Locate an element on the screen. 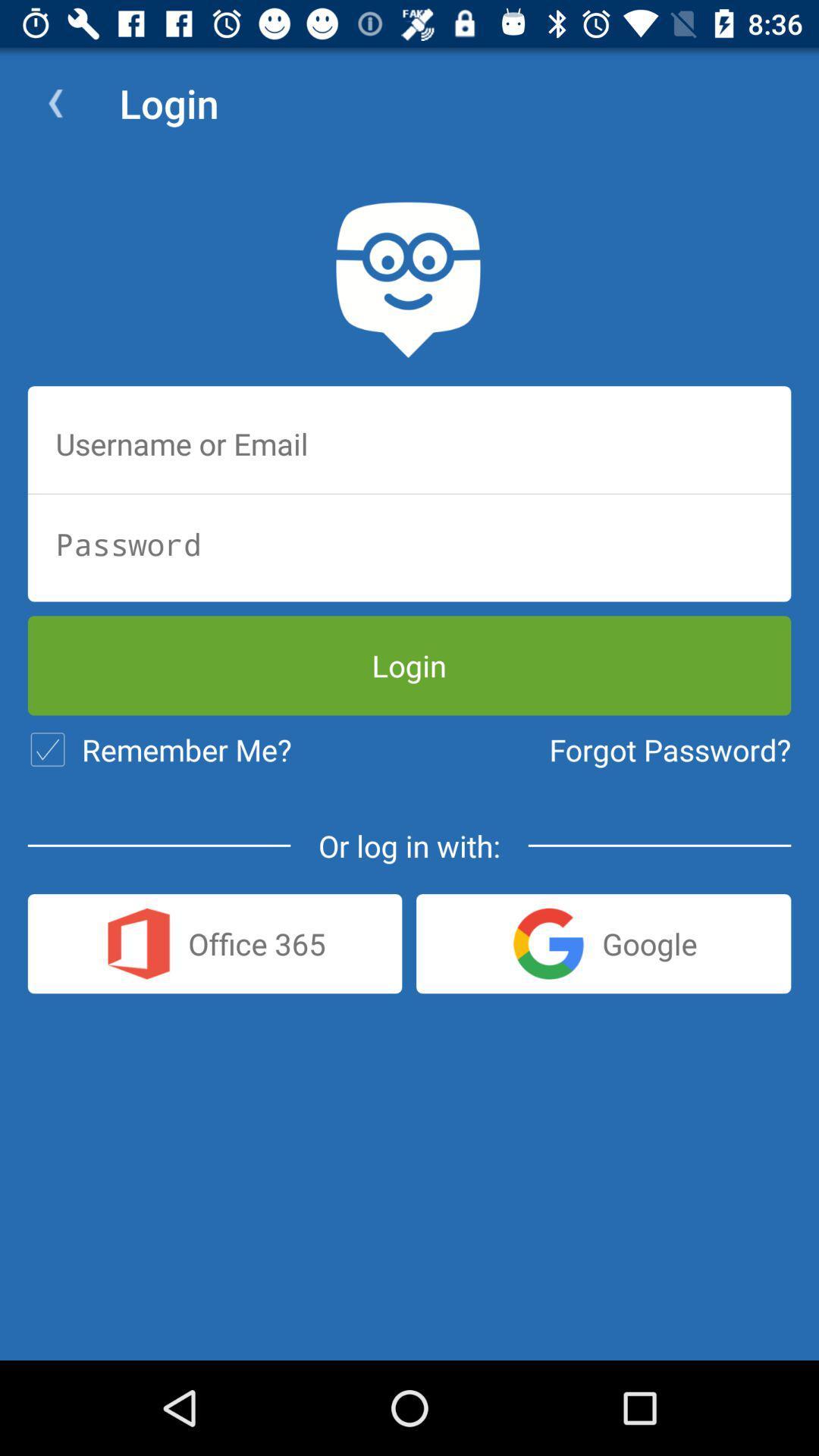 The width and height of the screenshot is (819, 1456). insert email is located at coordinates (409, 443).